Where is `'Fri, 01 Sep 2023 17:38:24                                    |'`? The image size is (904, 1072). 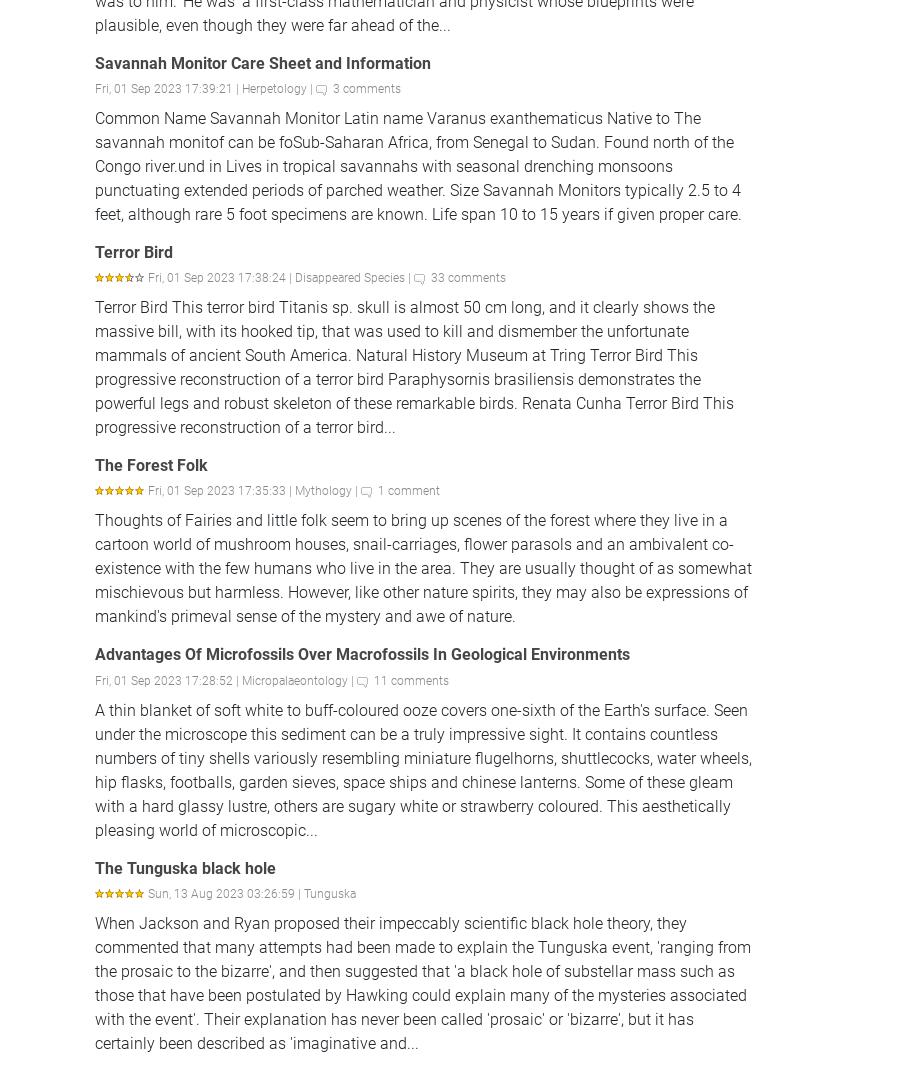 'Fri, 01 Sep 2023 17:38:24                                    |' is located at coordinates (221, 276).